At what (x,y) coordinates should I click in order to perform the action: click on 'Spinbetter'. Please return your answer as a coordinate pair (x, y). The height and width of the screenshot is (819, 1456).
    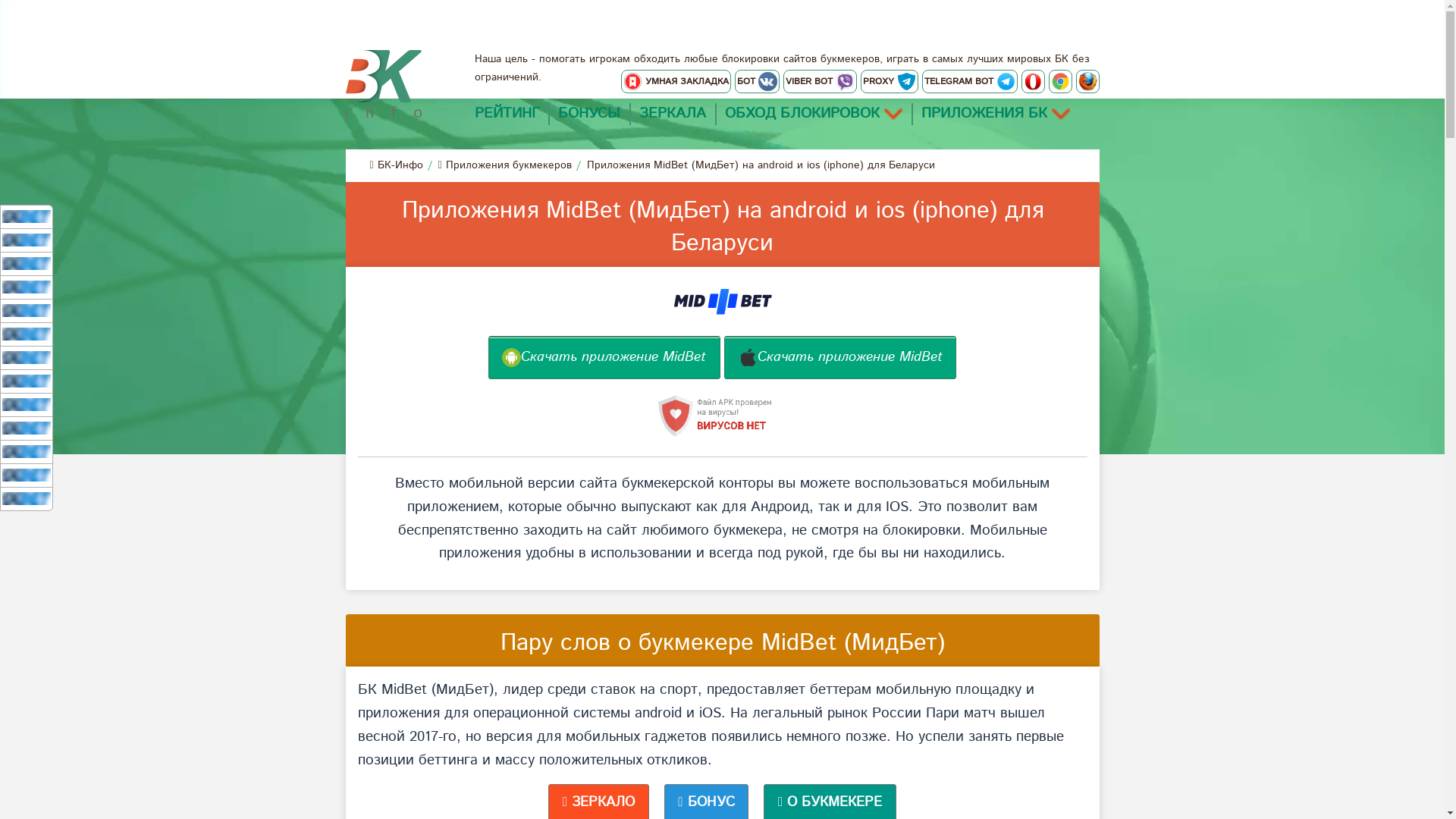
    Looking at the image, I should click on (26, 403).